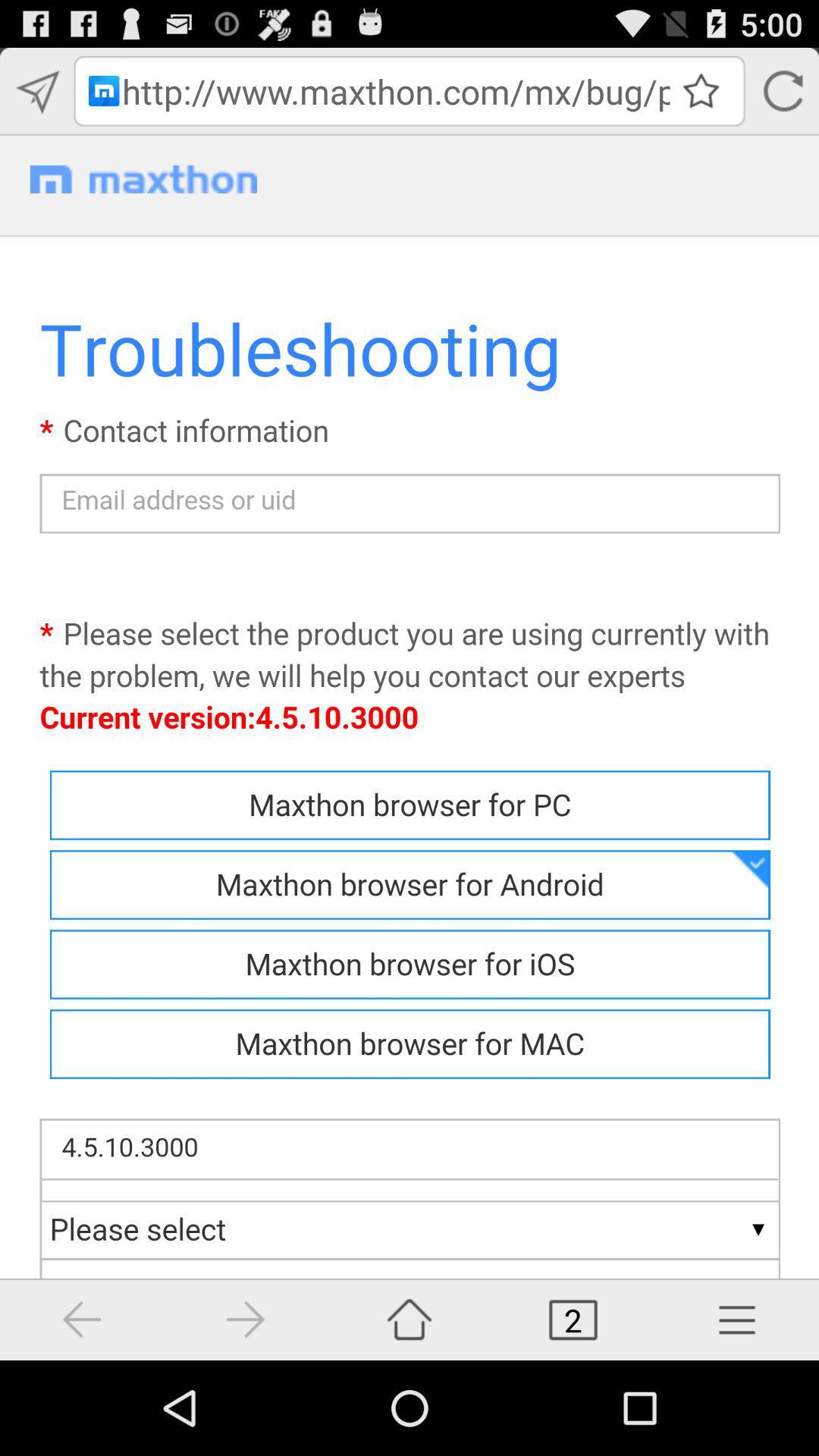 The image size is (819, 1456). I want to click on the send icon, so click(36, 97).